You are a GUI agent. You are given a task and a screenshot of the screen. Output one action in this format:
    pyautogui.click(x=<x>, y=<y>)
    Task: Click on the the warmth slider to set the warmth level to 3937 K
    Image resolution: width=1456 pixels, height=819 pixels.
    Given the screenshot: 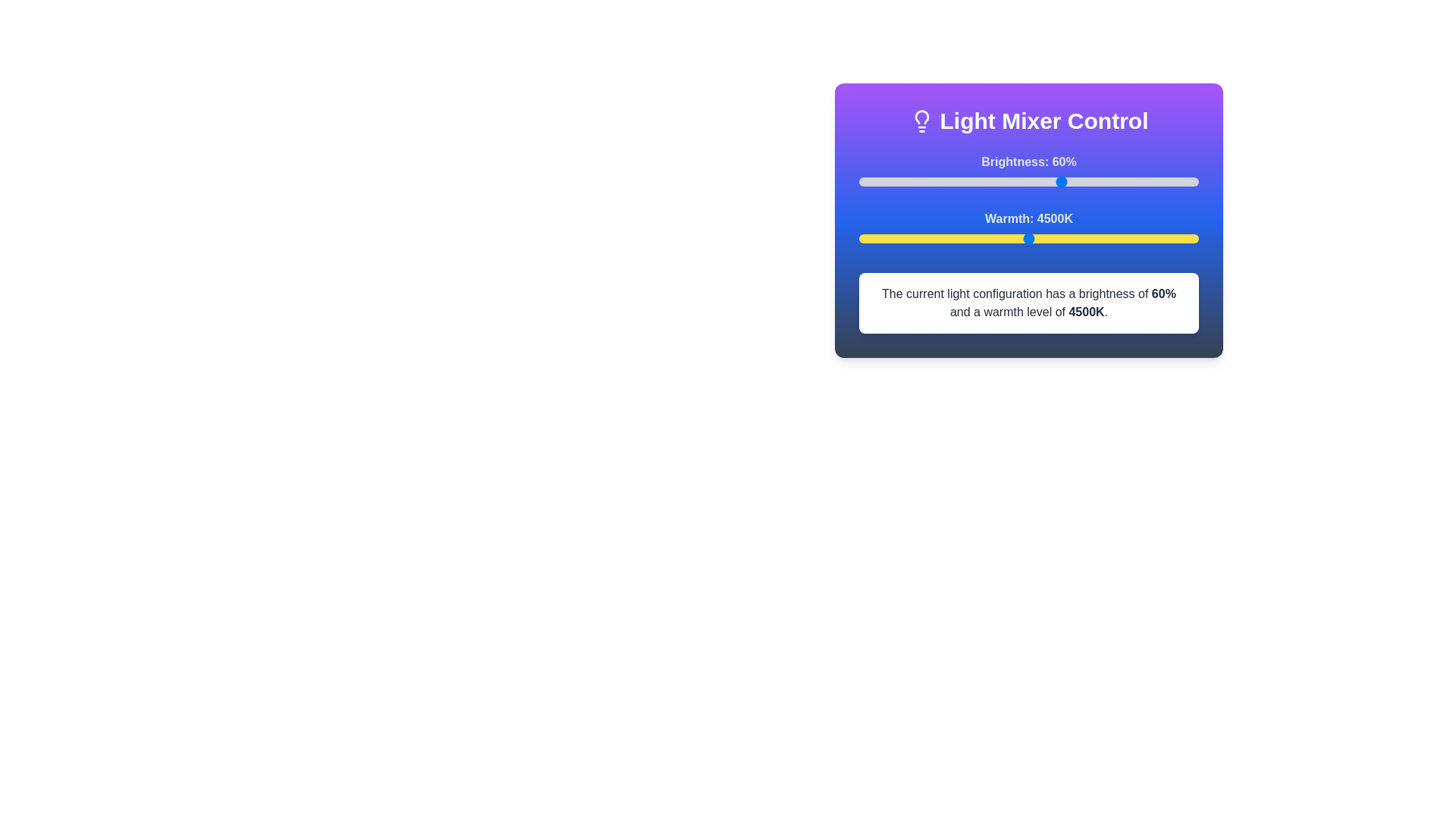 What is the action you would take?
    pyautogui.click(x=990, y=239)
    